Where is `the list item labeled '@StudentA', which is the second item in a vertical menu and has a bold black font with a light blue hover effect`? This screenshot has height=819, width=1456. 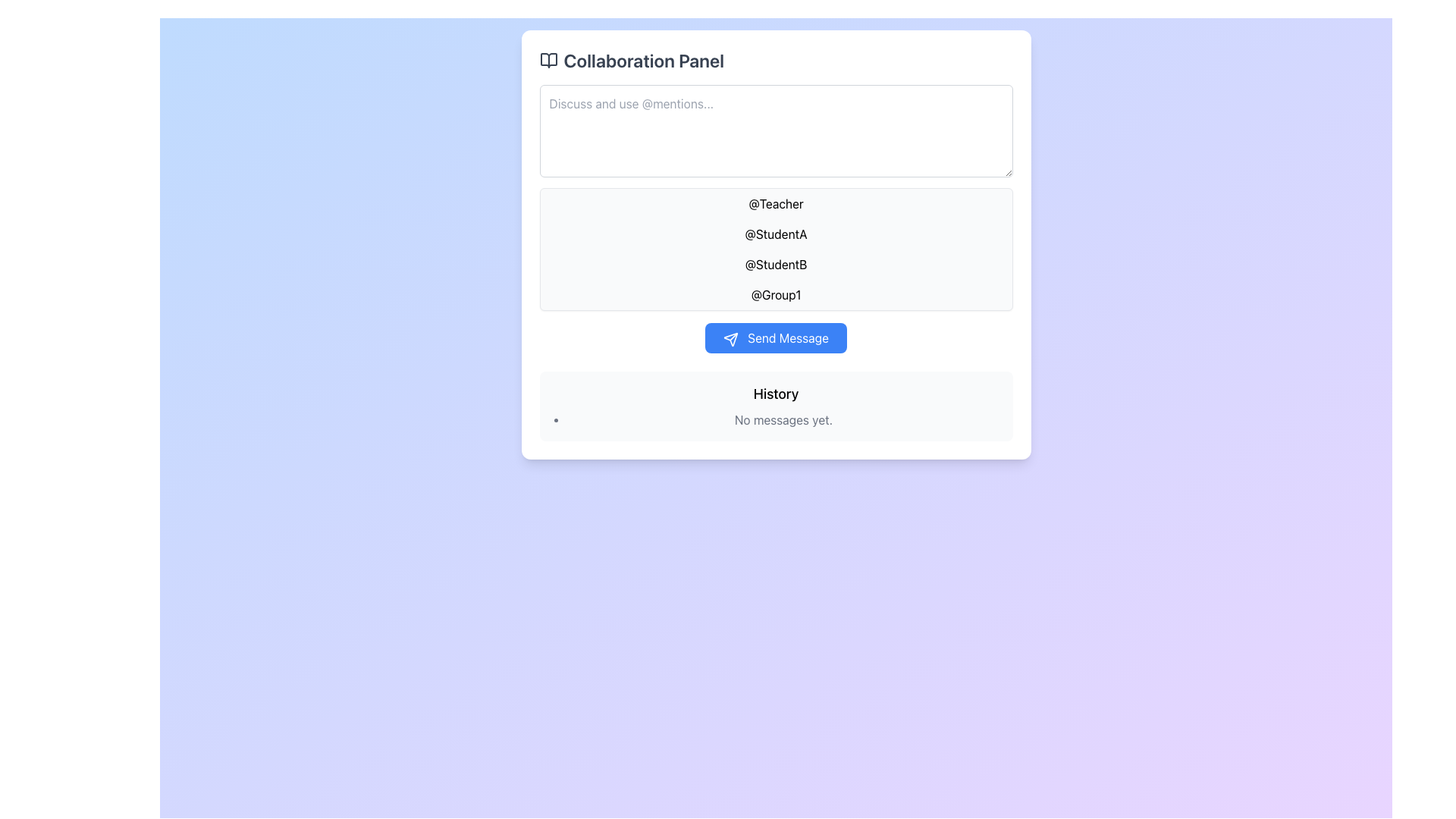 the list item labeled '@StudentA', which is the second item in a vertical menu and has a bold black font with a light blue hover effect is located at coordinates (776, 234).